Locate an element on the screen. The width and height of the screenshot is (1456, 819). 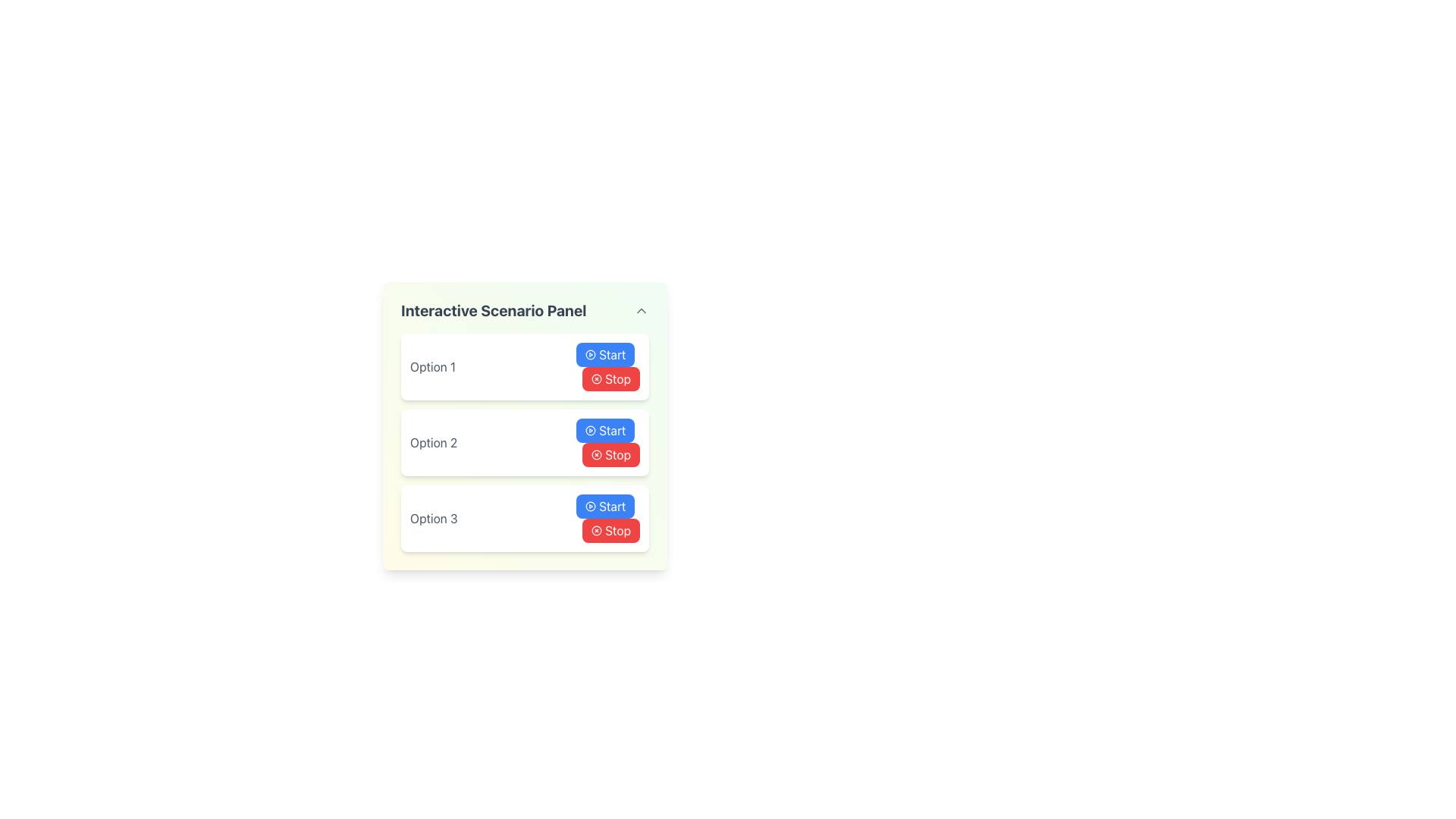
the 'Start' button within the Button Group of the 'Option 3' scenario in the Interactive Scenario Panel is located at coordinates (607, 517).